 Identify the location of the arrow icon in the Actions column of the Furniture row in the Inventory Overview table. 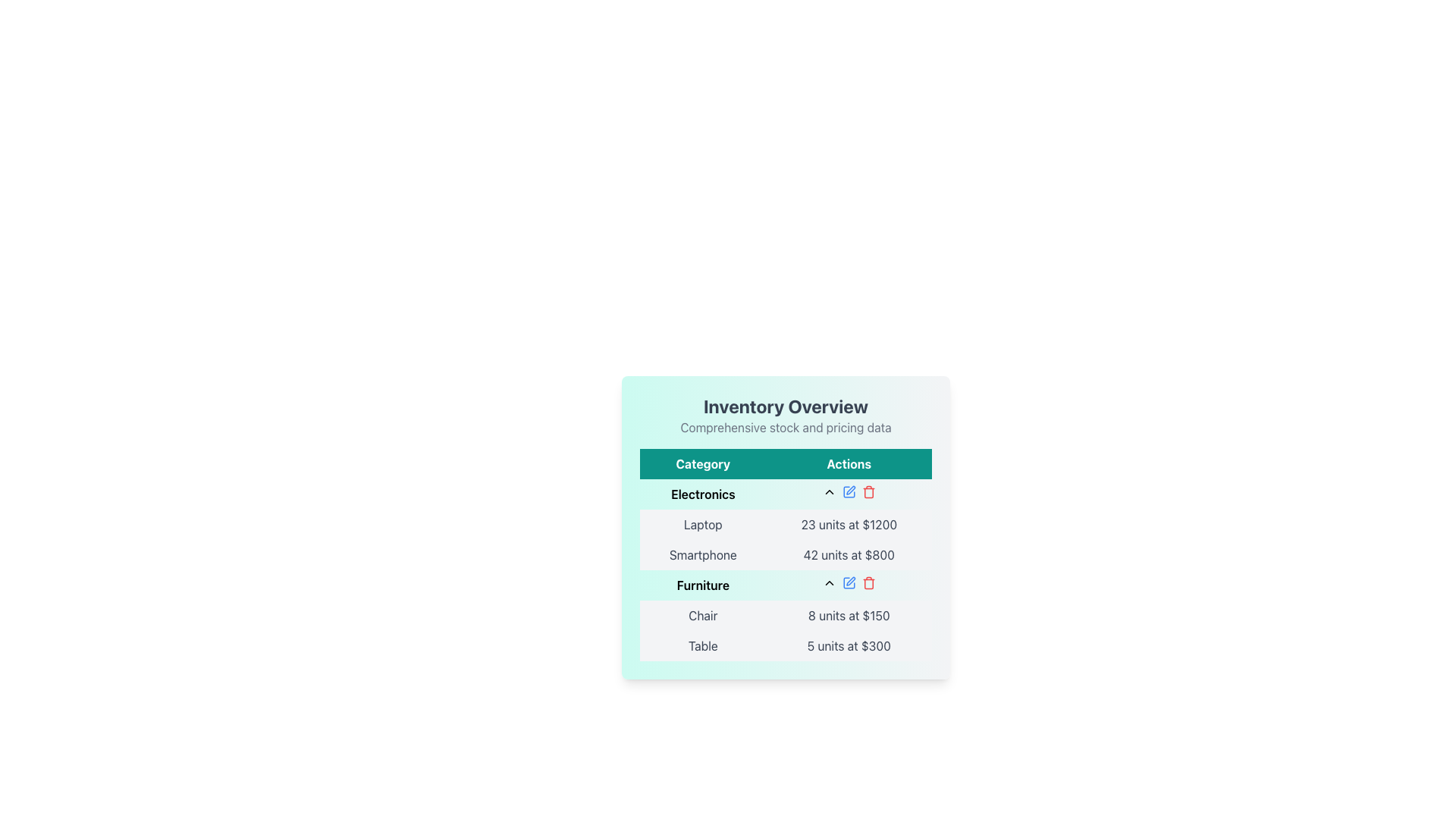
(848, 582).